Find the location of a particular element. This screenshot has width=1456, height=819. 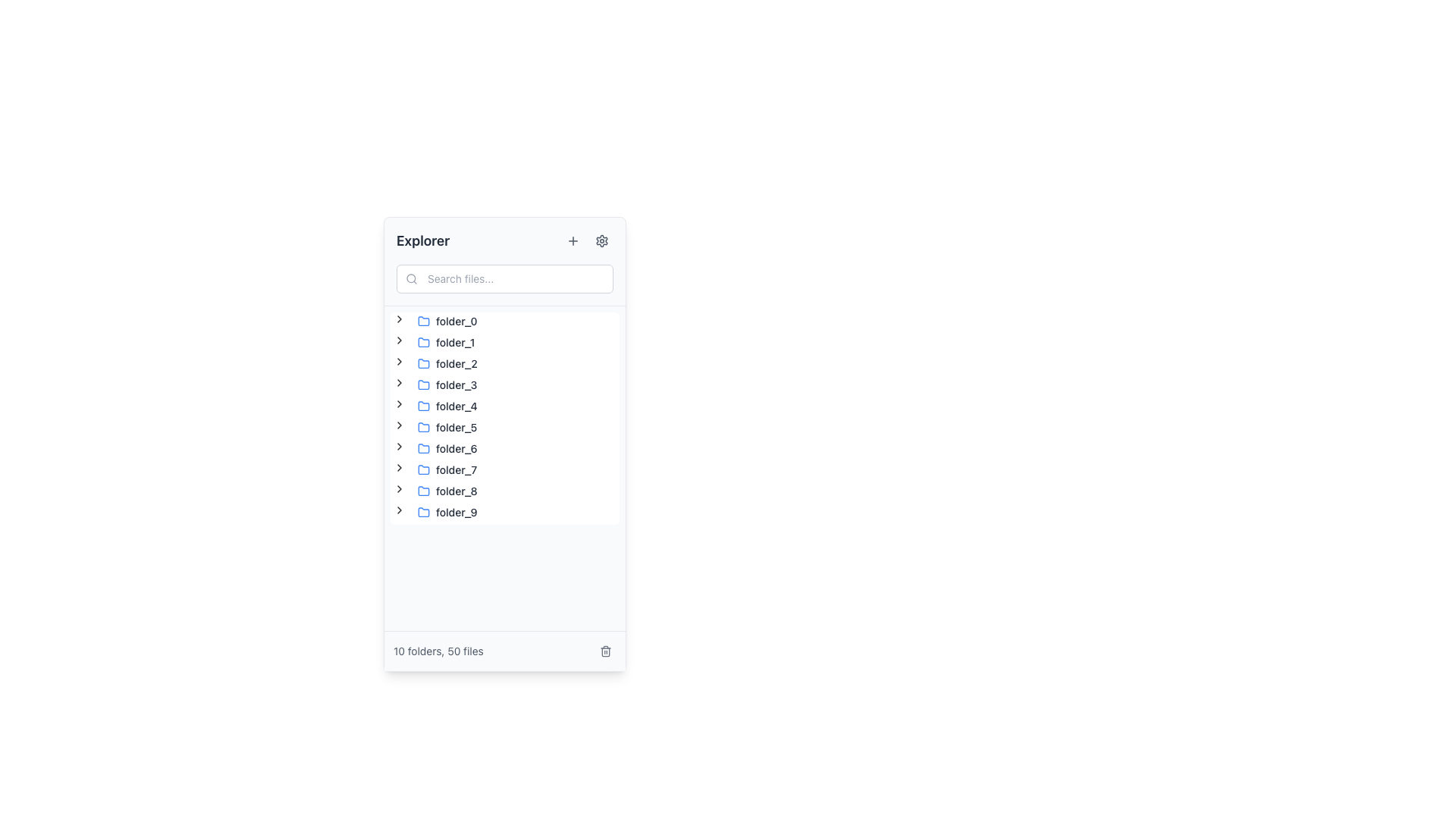

the text label for 'folder_1' is located at coordinates (454, 342).